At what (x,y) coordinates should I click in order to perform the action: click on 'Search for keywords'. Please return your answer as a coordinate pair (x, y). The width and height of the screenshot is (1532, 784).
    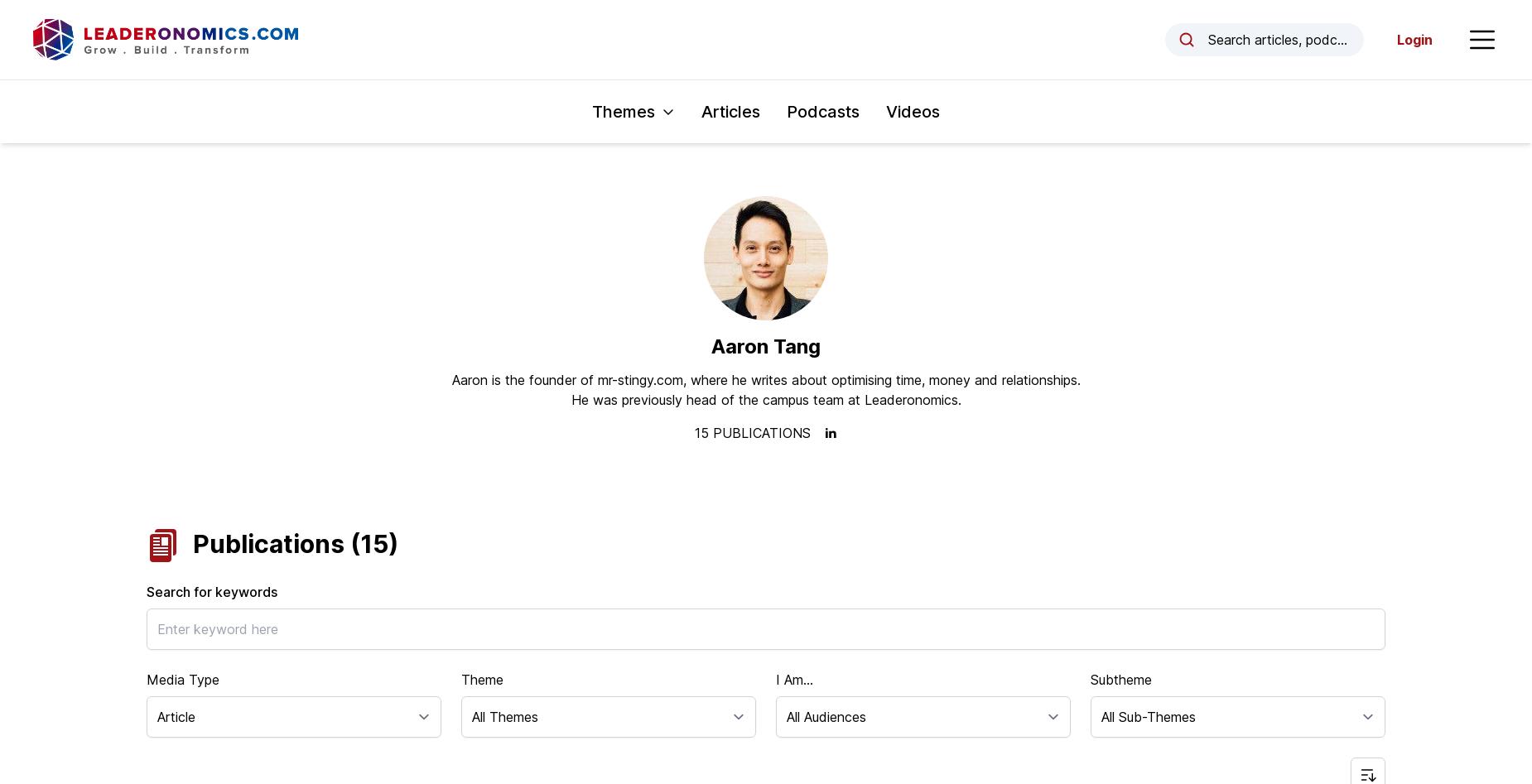
    Looking at the image, I should click on (146, 590).